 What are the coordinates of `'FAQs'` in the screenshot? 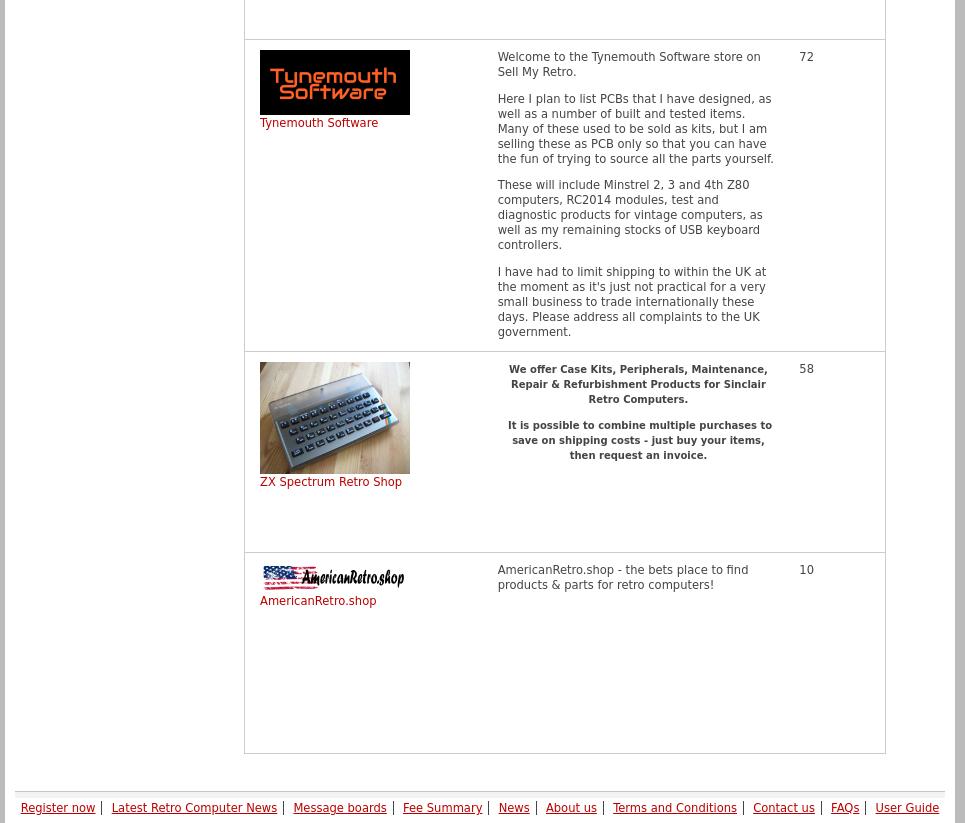 It's located at (843, 807).